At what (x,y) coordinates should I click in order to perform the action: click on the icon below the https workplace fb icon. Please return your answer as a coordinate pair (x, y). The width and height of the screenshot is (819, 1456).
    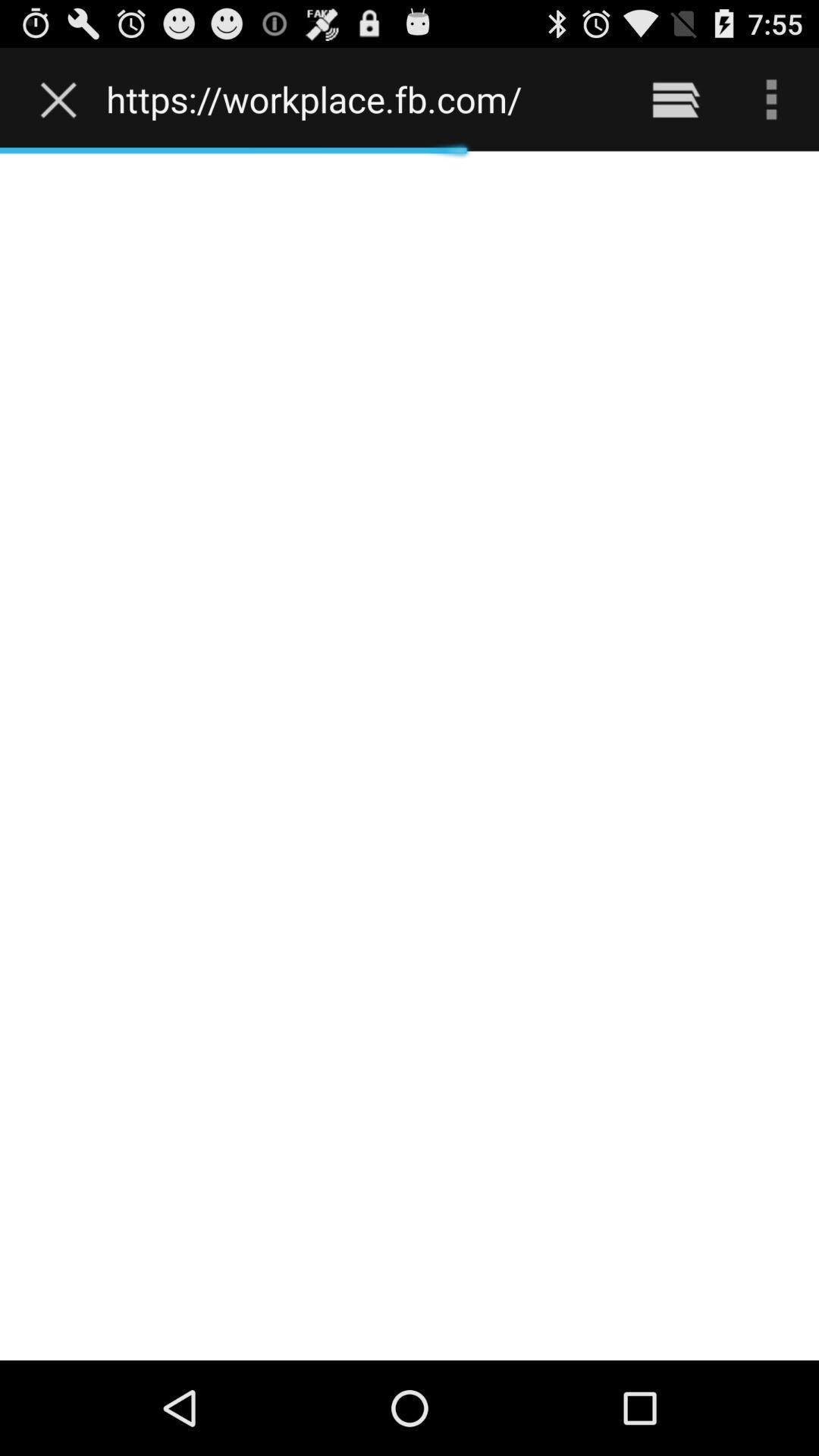
    Looking at the image, I should click on (409, 755).